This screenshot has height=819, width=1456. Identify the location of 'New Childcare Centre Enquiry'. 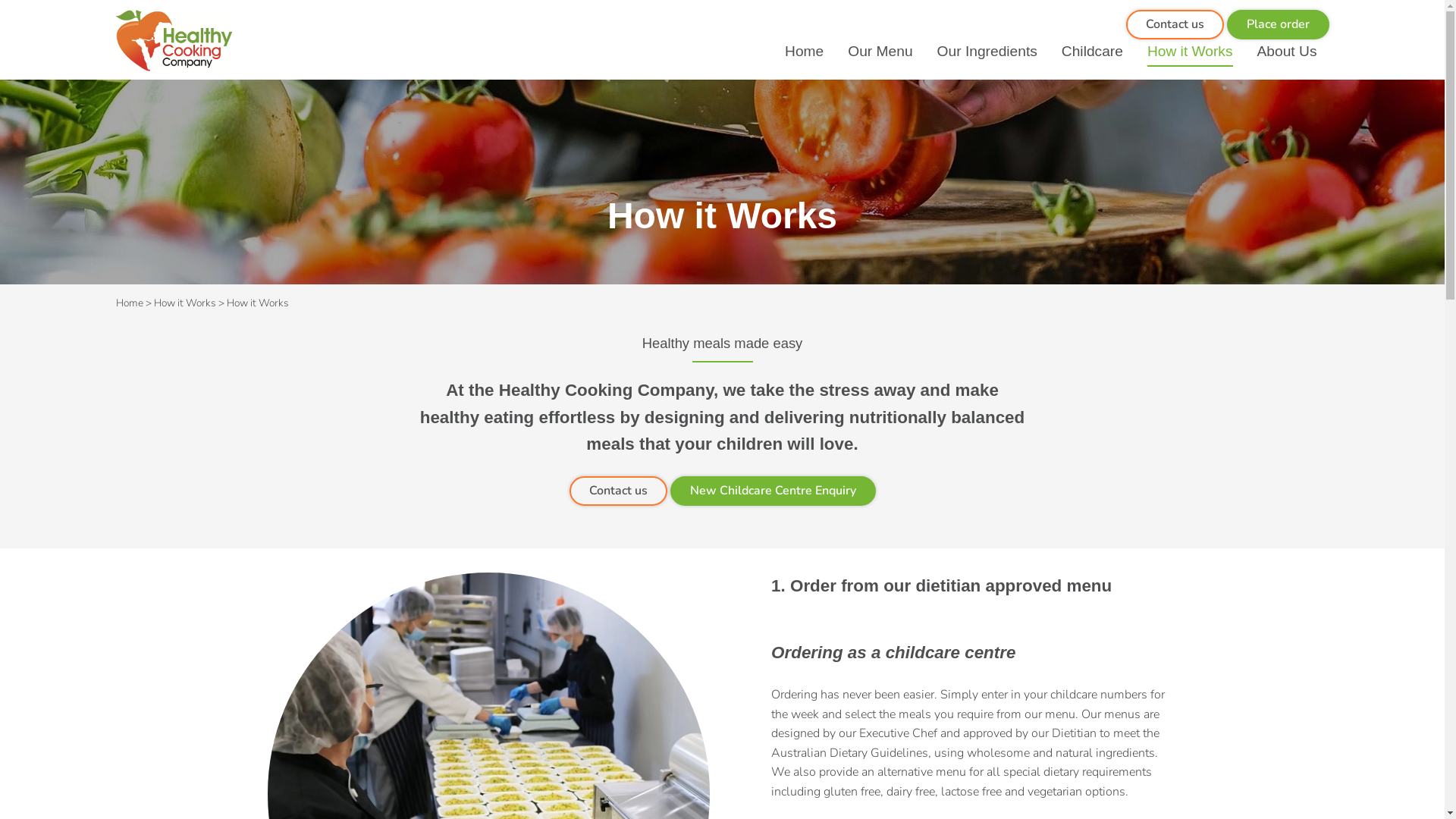
(669, 491).